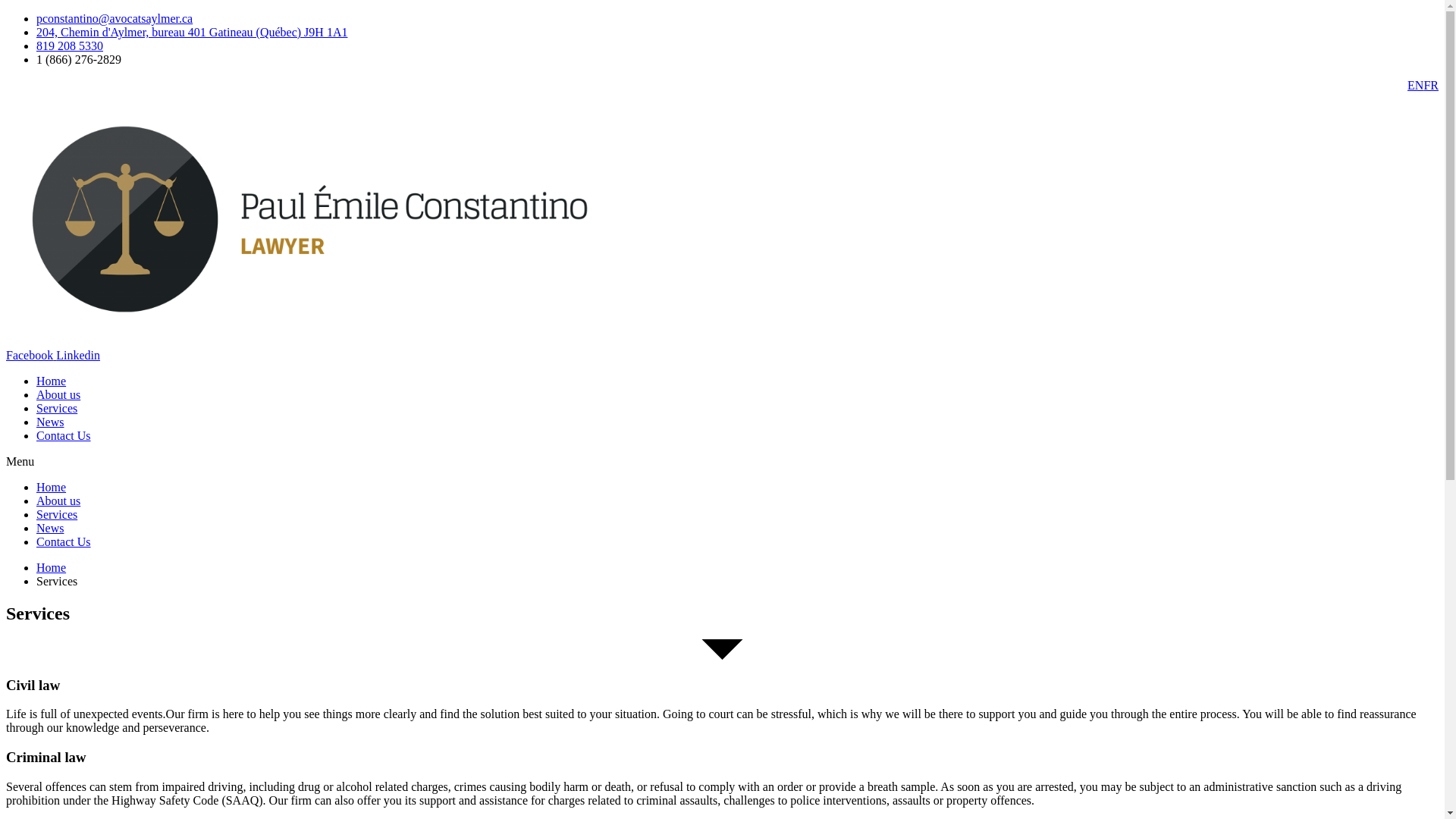 This screenshot has width=1456, height=819. I want to click on 'EN', so click(1414, 85).